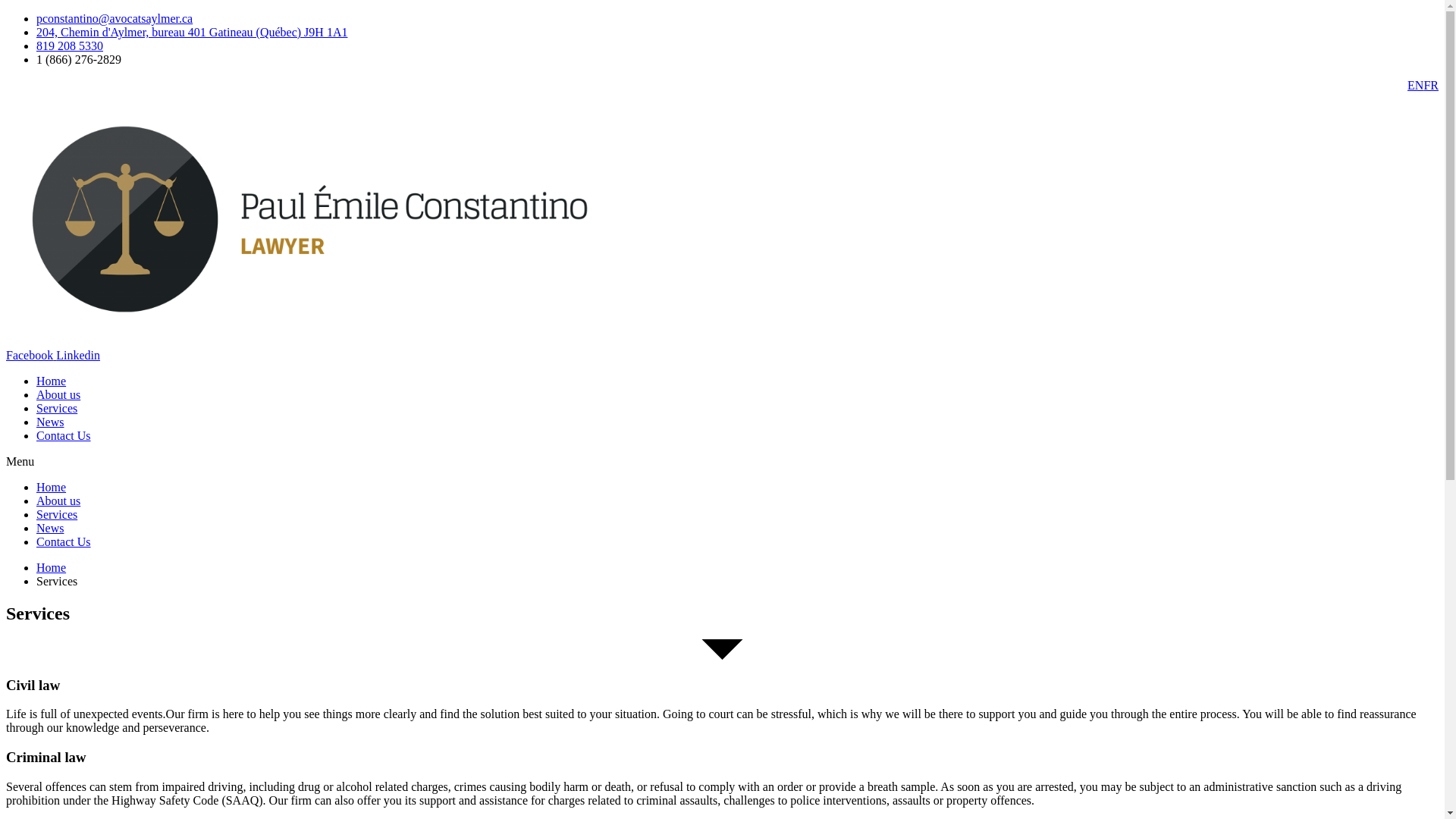 This screenshot has width=1456, height=819. I want to click on 'EN', so click(1414, 85).